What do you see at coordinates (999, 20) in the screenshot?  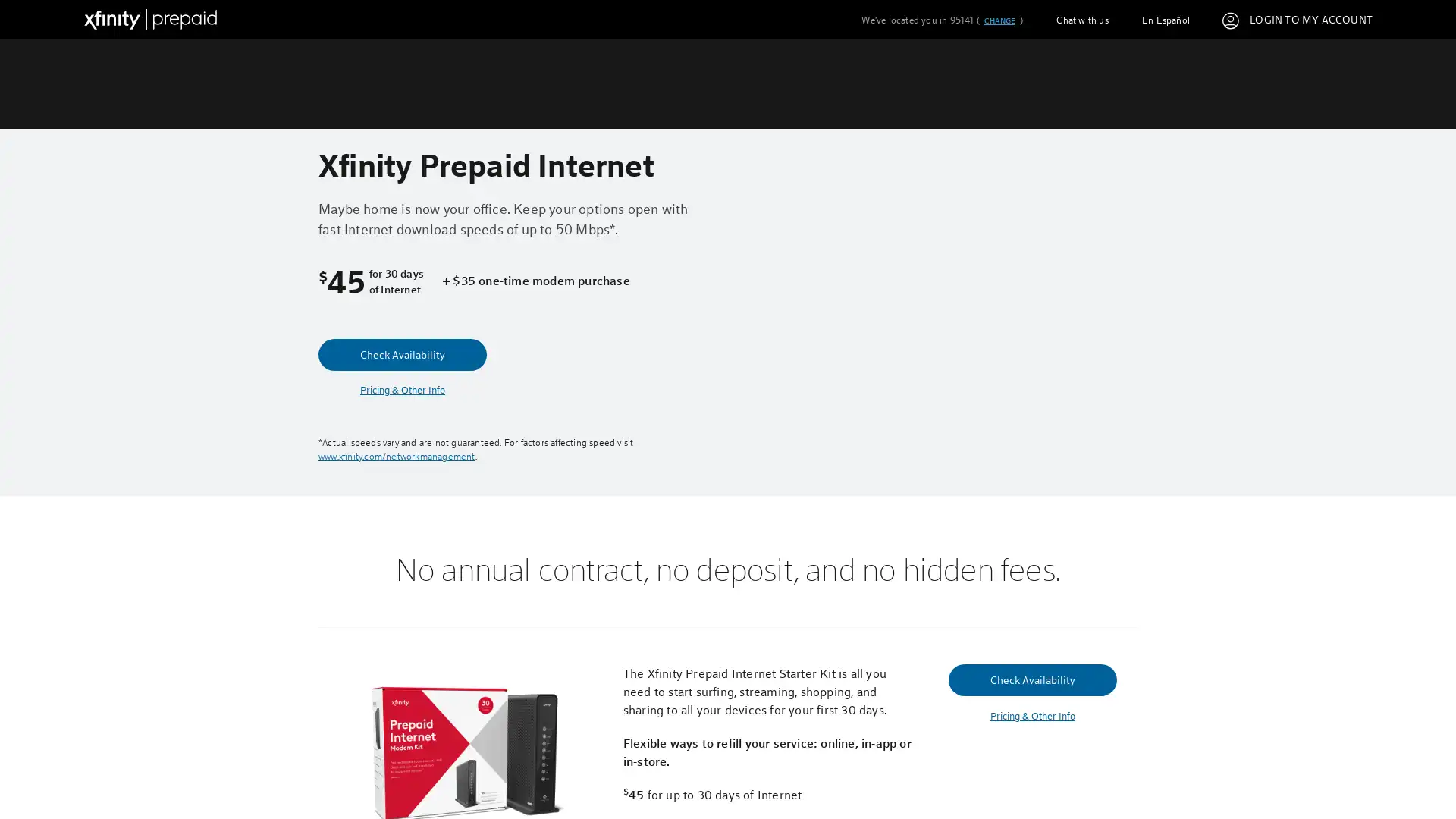 I see `CHANGE` at bounding box center [999, 20].